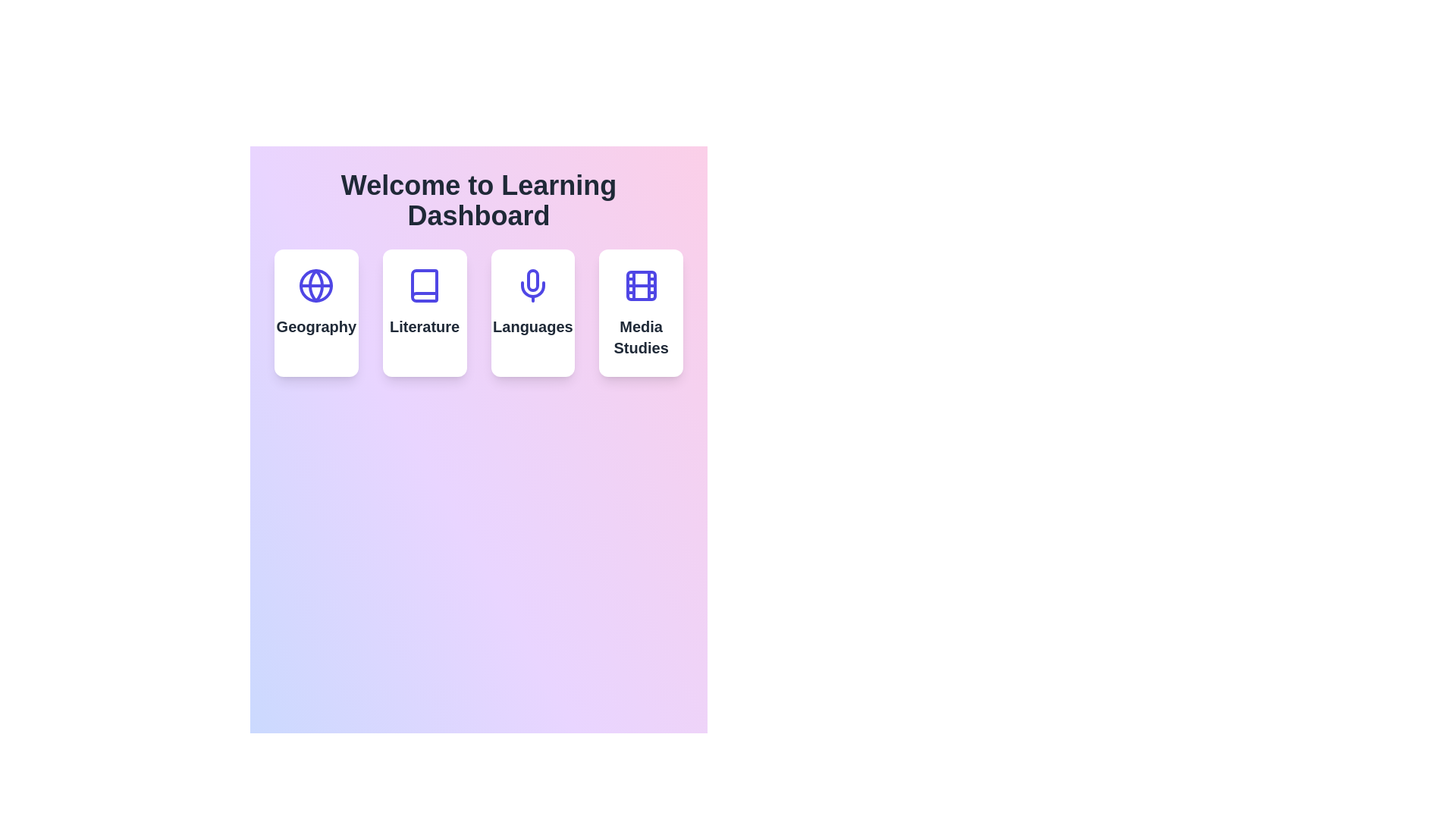 This screenshot has width=1456, height=819. I want to click on the 'Languages' card, which is the third card in a grid layout of four cards, to confirm selection, so click(532, 312).